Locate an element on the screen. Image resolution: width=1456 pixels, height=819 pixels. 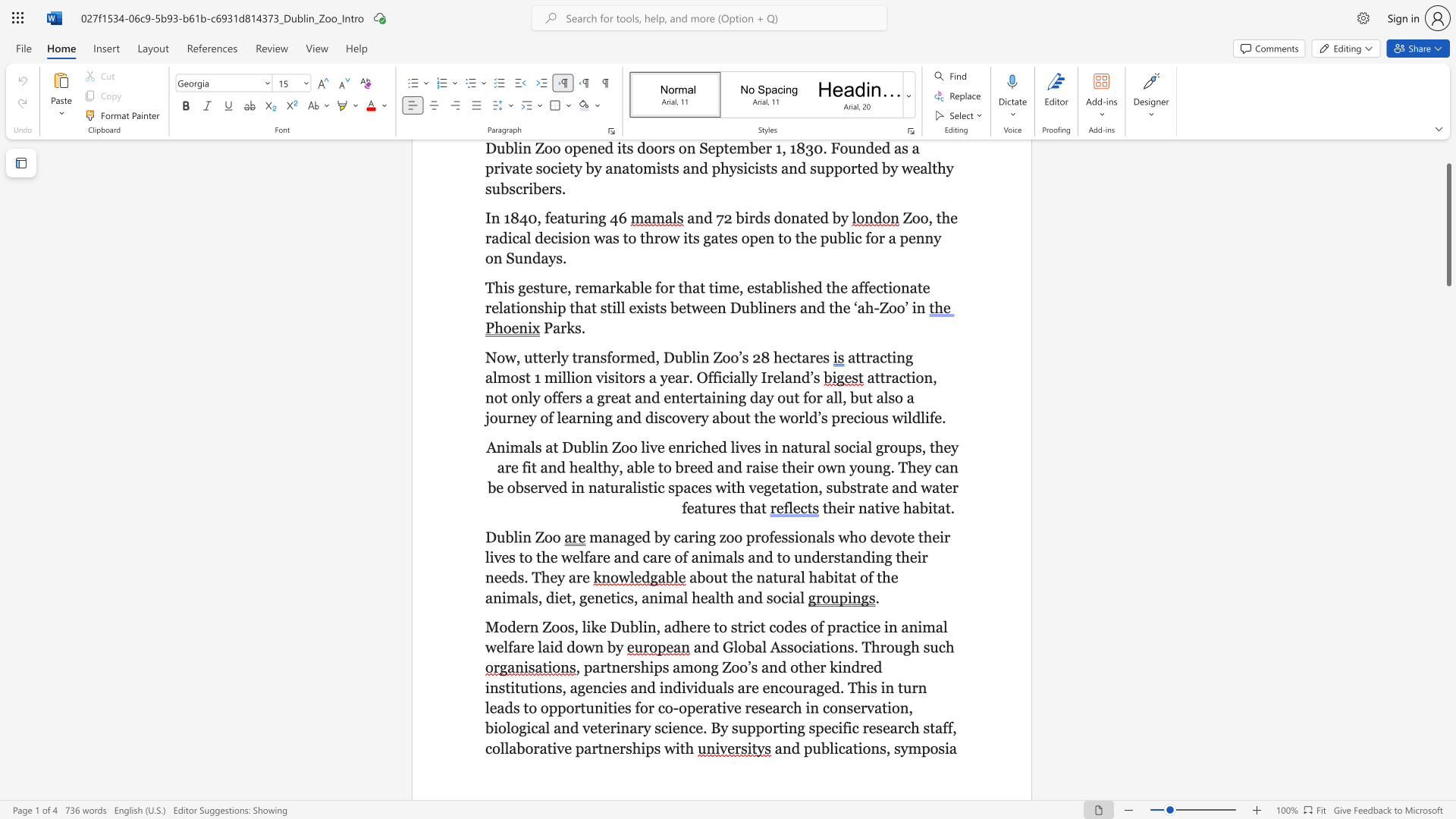
the subset text "Dublin Zoo" within the text "Dublin Zoo" is located at coordinates (484, 536).